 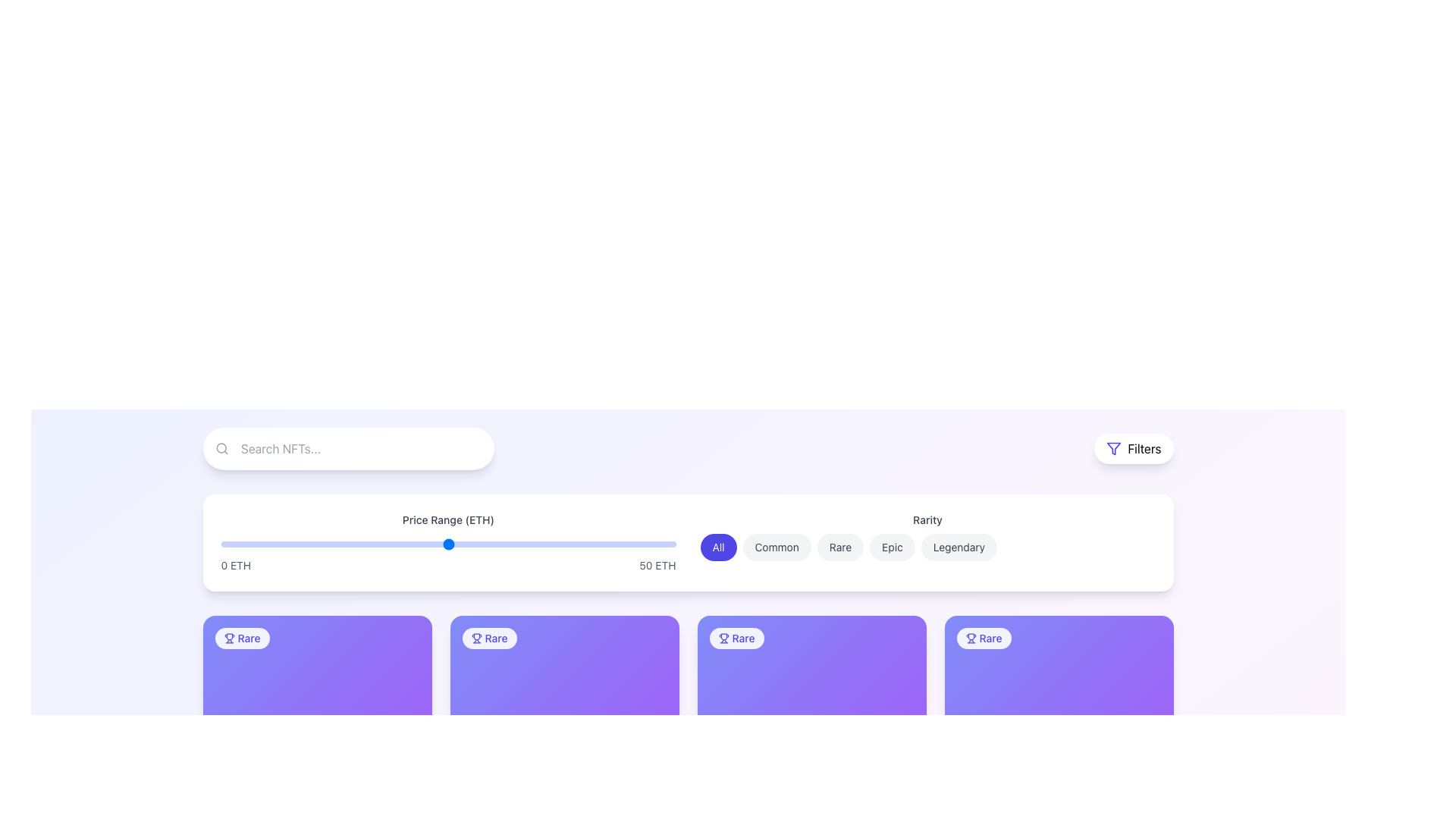 I want to click on the price range slider, so click(x=303, y=543).